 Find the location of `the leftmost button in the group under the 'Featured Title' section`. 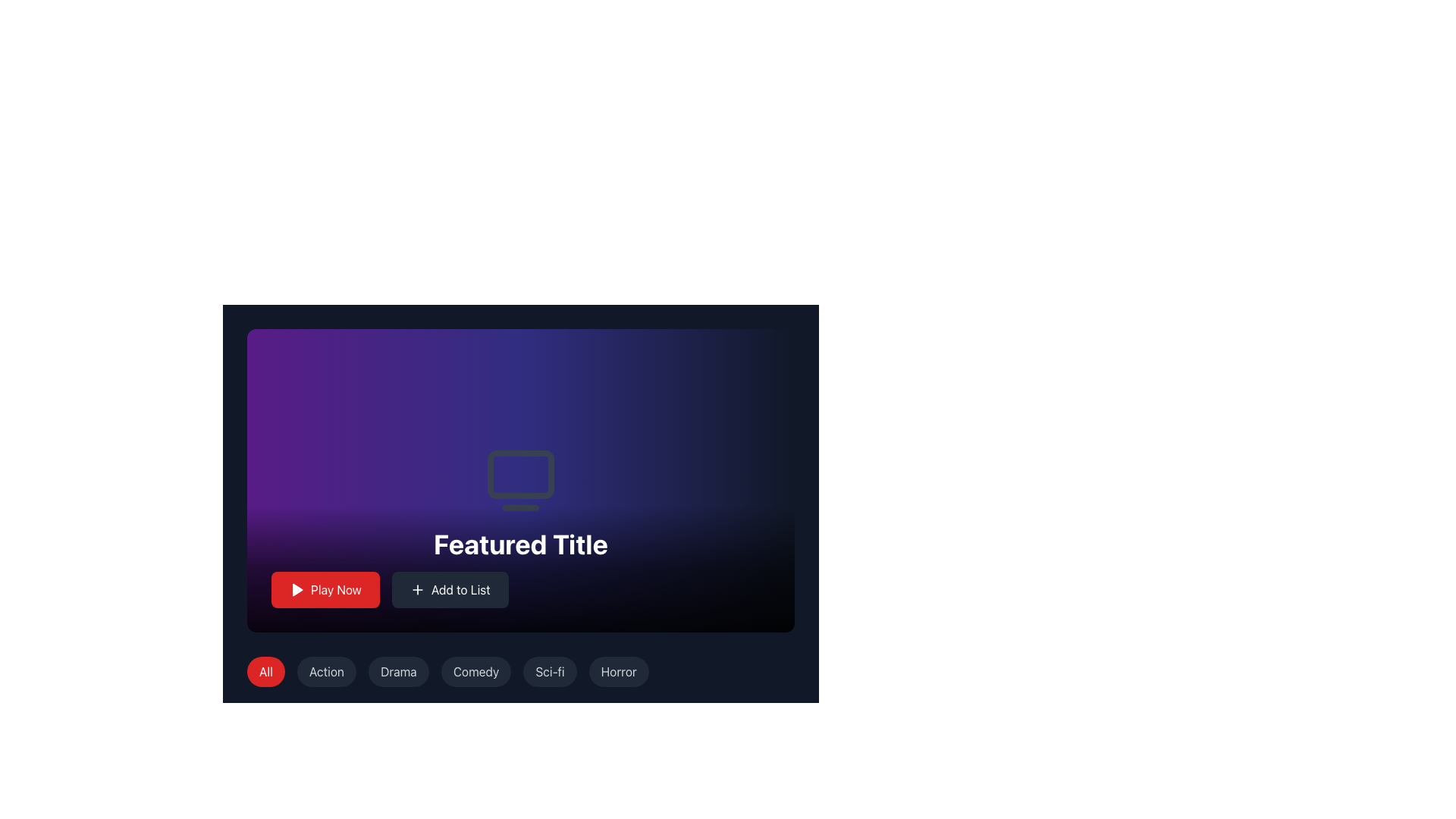

the leftmost button in the group under the 'Featured Title' section is located at coordinates (325, 589).